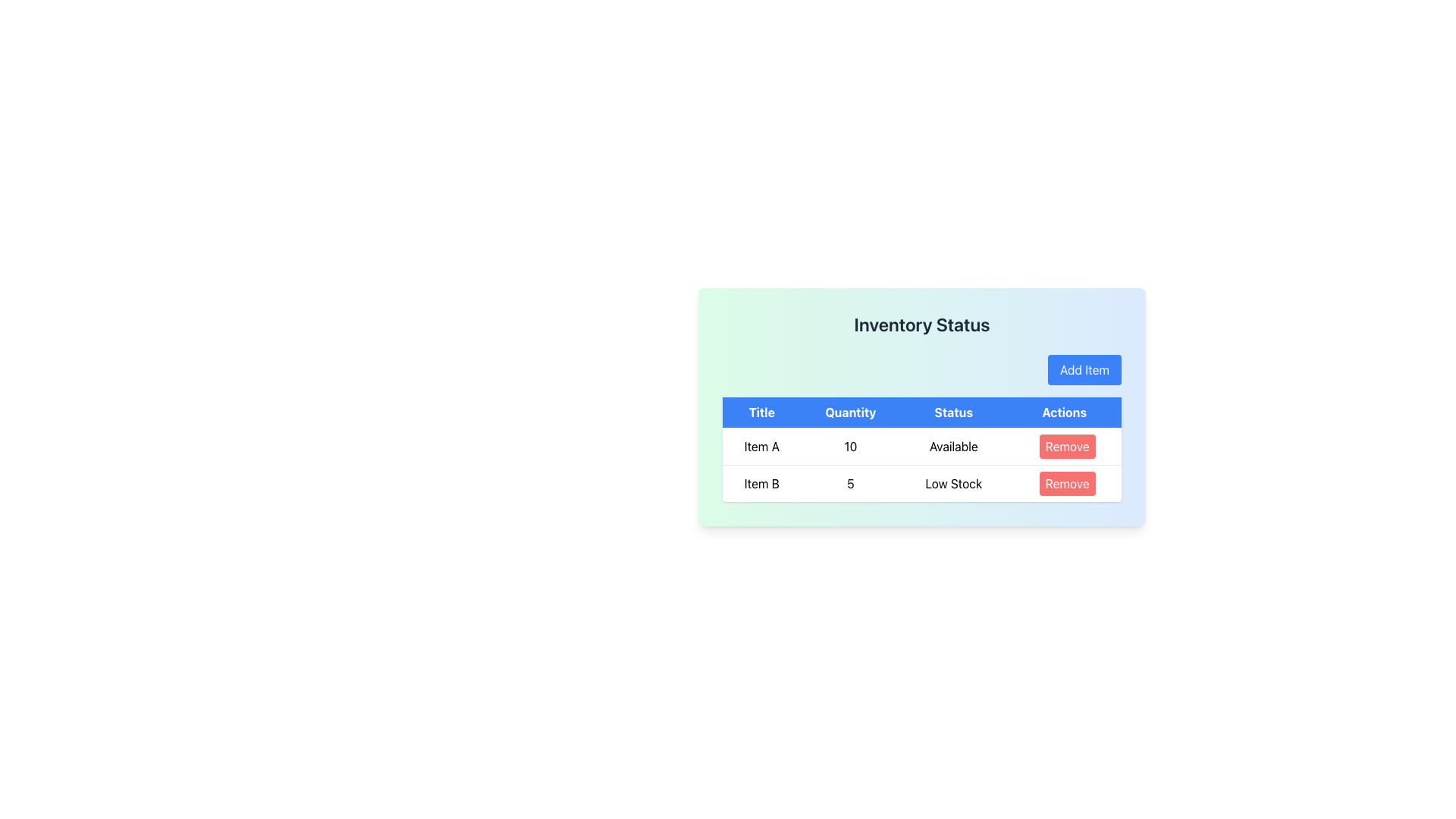  What do you see at coordinates (1063, 446) in the screenshot?
I see `the 'Remove' button with a red background and white text that appears in the 'Actions' column next to 'Item A'` at bounding box center [1063, 446].